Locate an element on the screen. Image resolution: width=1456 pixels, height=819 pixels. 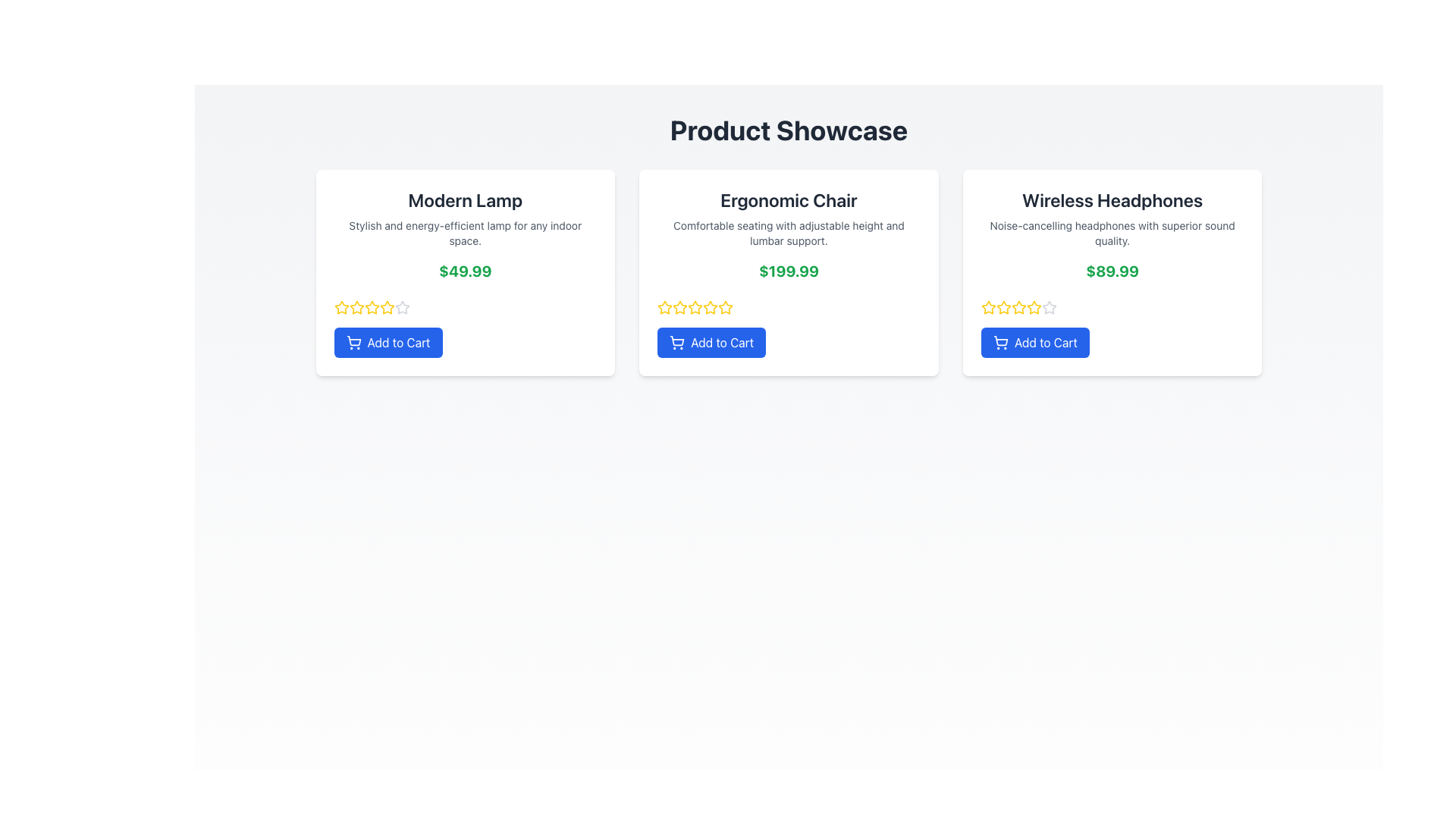
the pricing information text label for the 'Ergonomic Chair' product, which is centrally positioned below the product description and above the star rating is located at coordinates (789, 271).